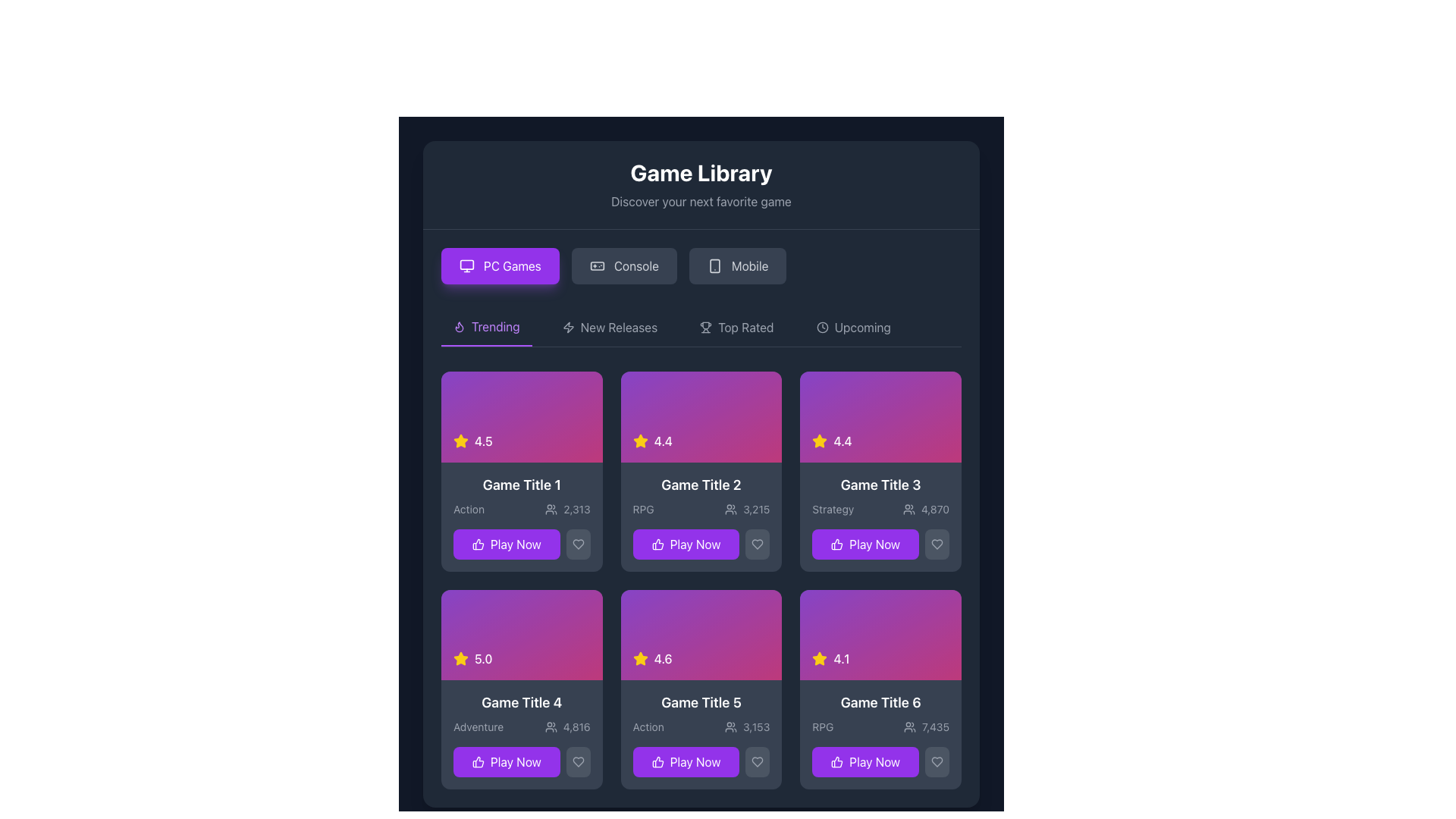 This screenshot has height=819, width=1456. What do you see at coordinates (522, 416) in the screenshot?
I see `the Rating Display element which shows the rating of a game, located in the top-left card of the 'Trending' section in the 'Game Library' page` at bounding box center [522, 416].